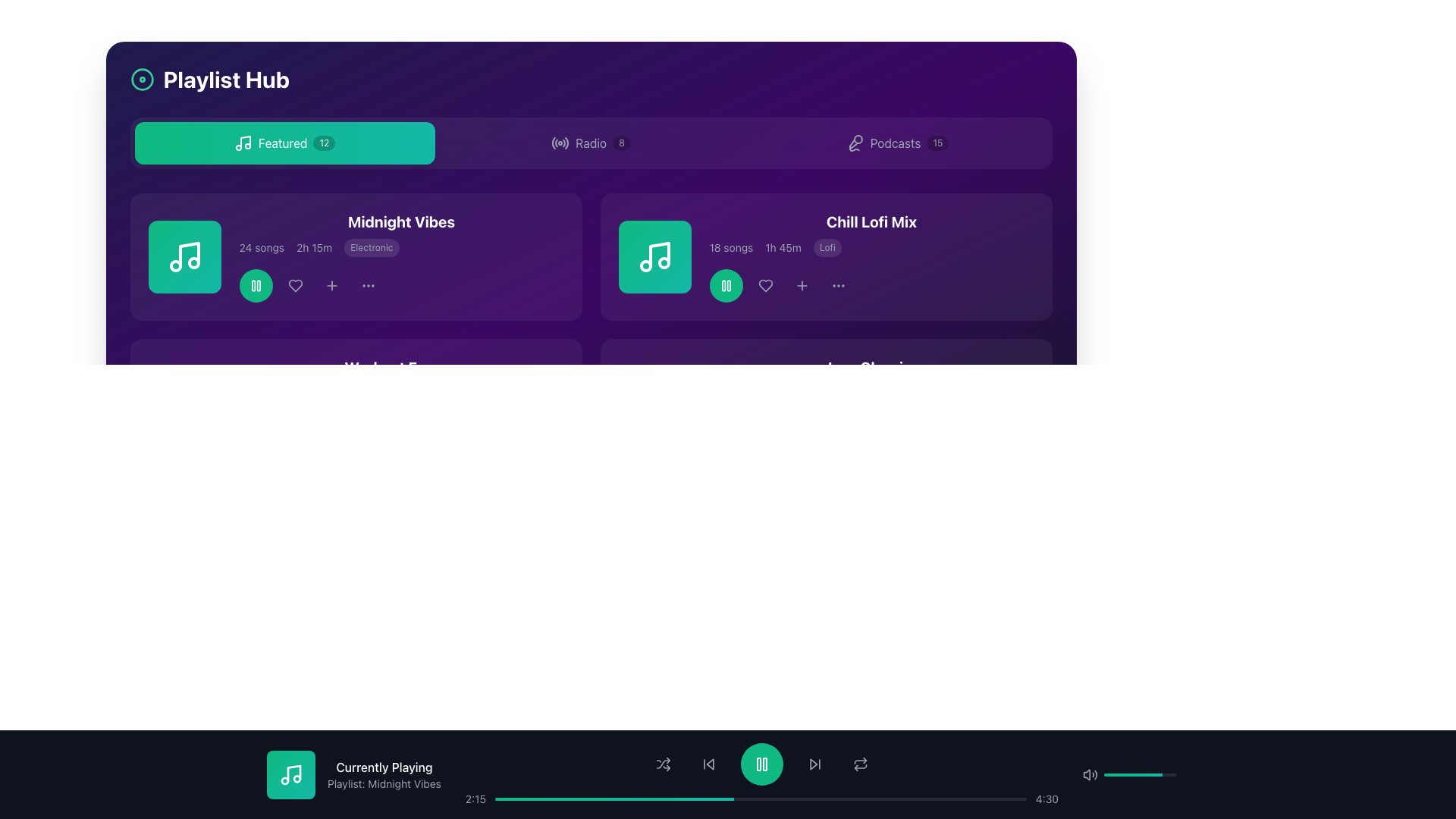 The image size is (1456, 819). I want to click on the left vertical rectangular block with rounded corners in the lower toolbar, so click(253, 286).